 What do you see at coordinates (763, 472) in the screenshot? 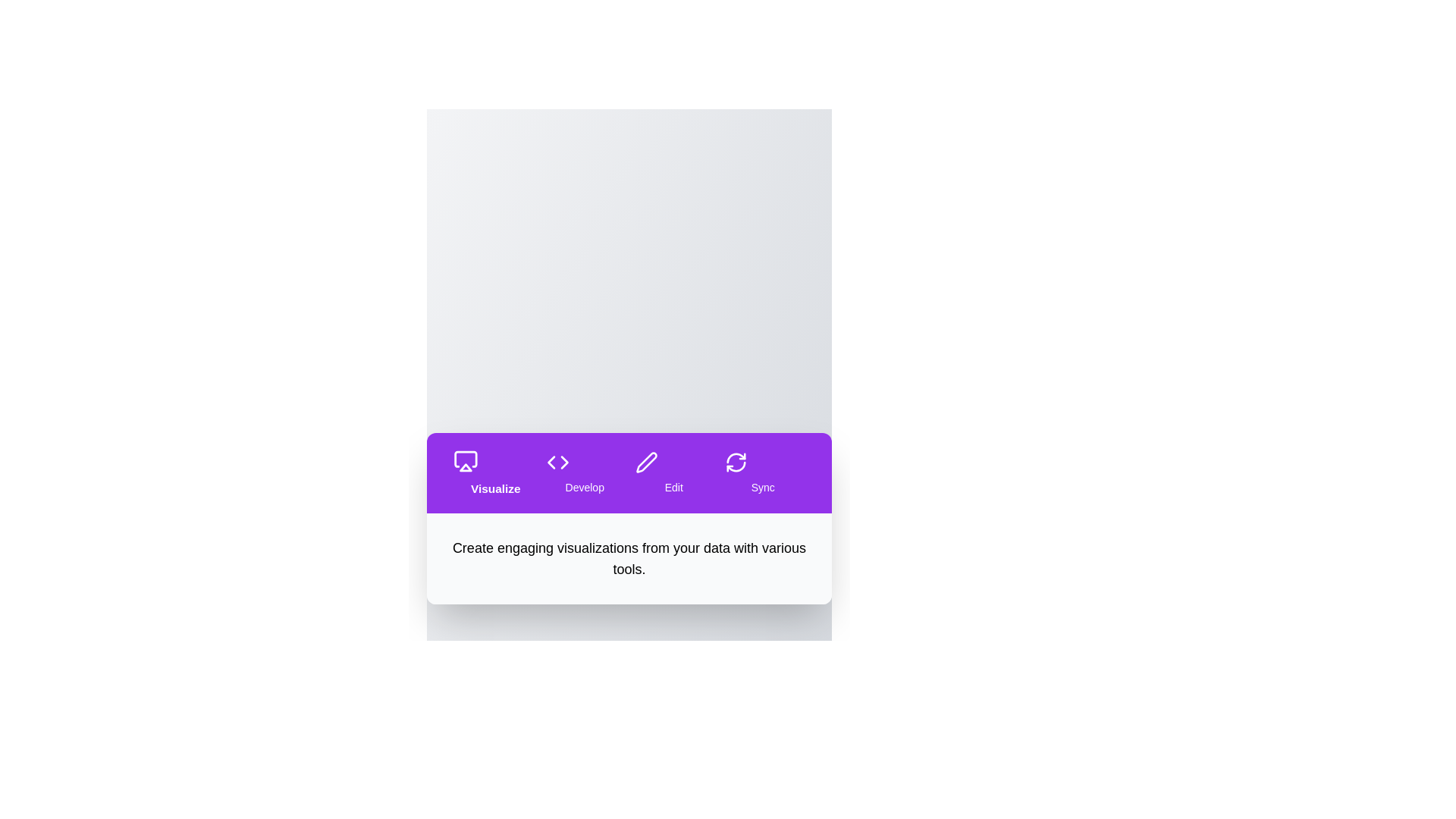
I see `the tab labeled Sync to observe its hover effect` at bounding box center [763, 472].